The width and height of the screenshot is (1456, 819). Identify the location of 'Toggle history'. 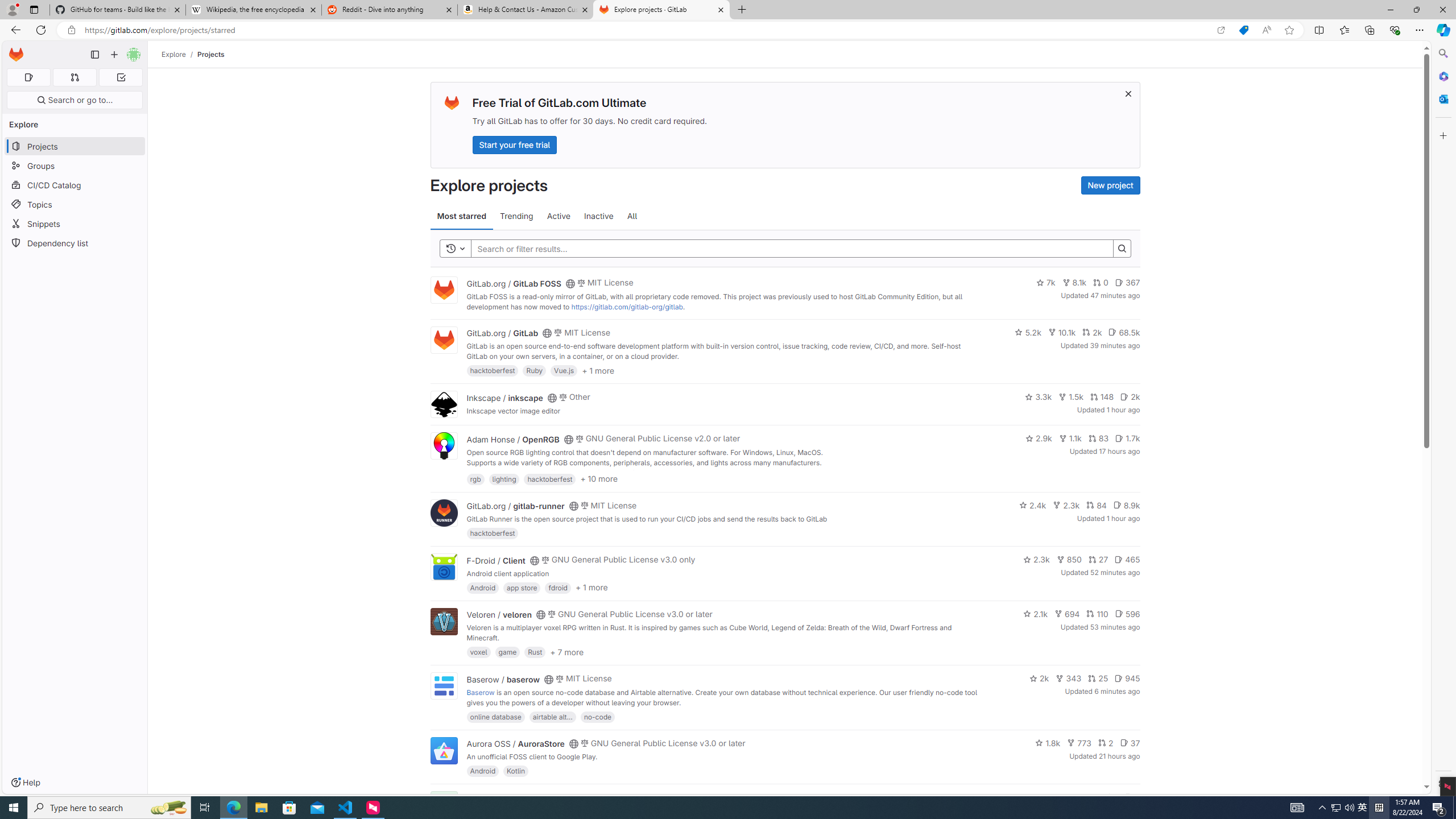
(455, 248).